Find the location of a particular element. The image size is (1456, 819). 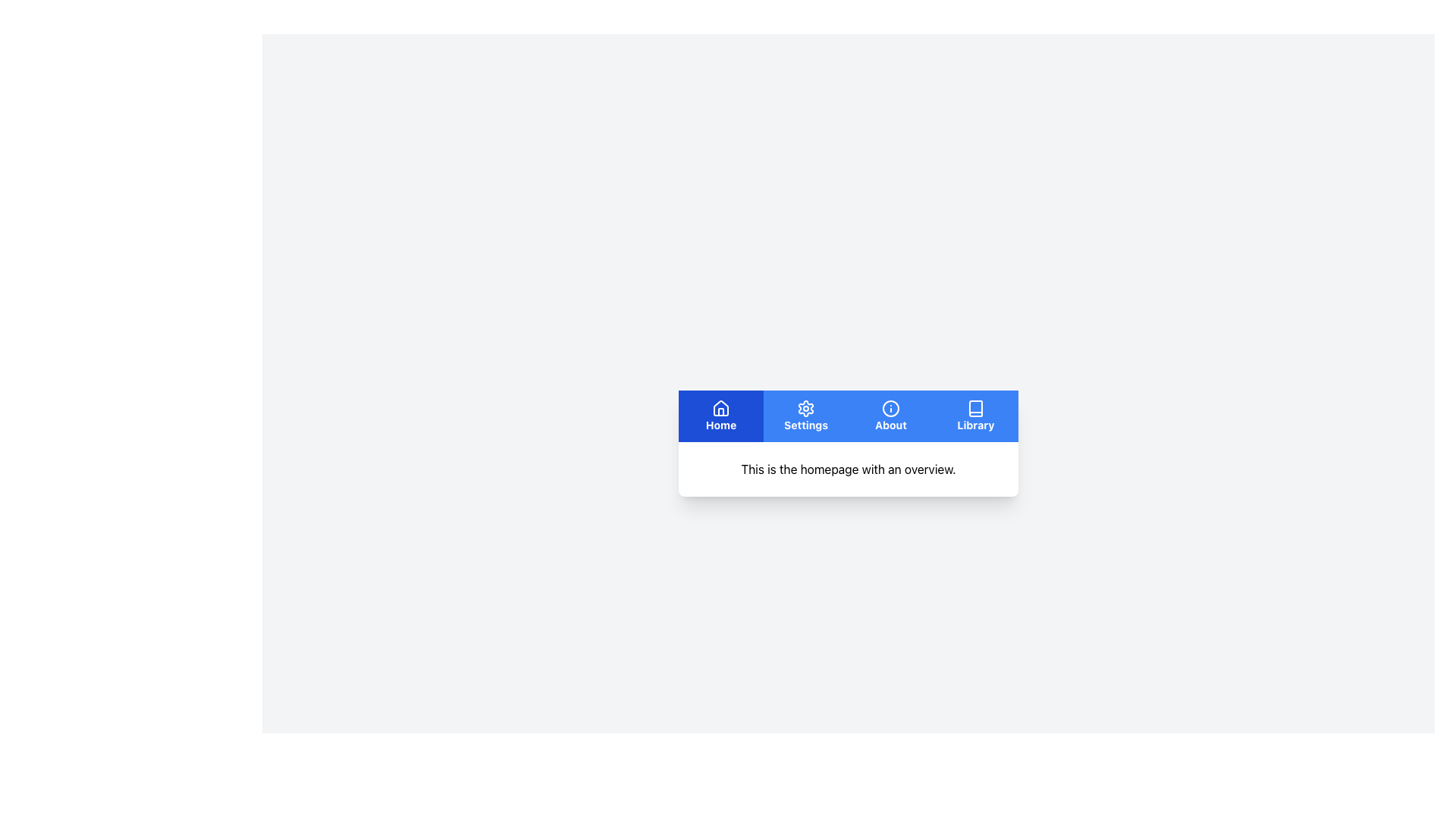

the blue rectangular button labeled 'Home' with a white house icon is located at coordinates (720, 416).